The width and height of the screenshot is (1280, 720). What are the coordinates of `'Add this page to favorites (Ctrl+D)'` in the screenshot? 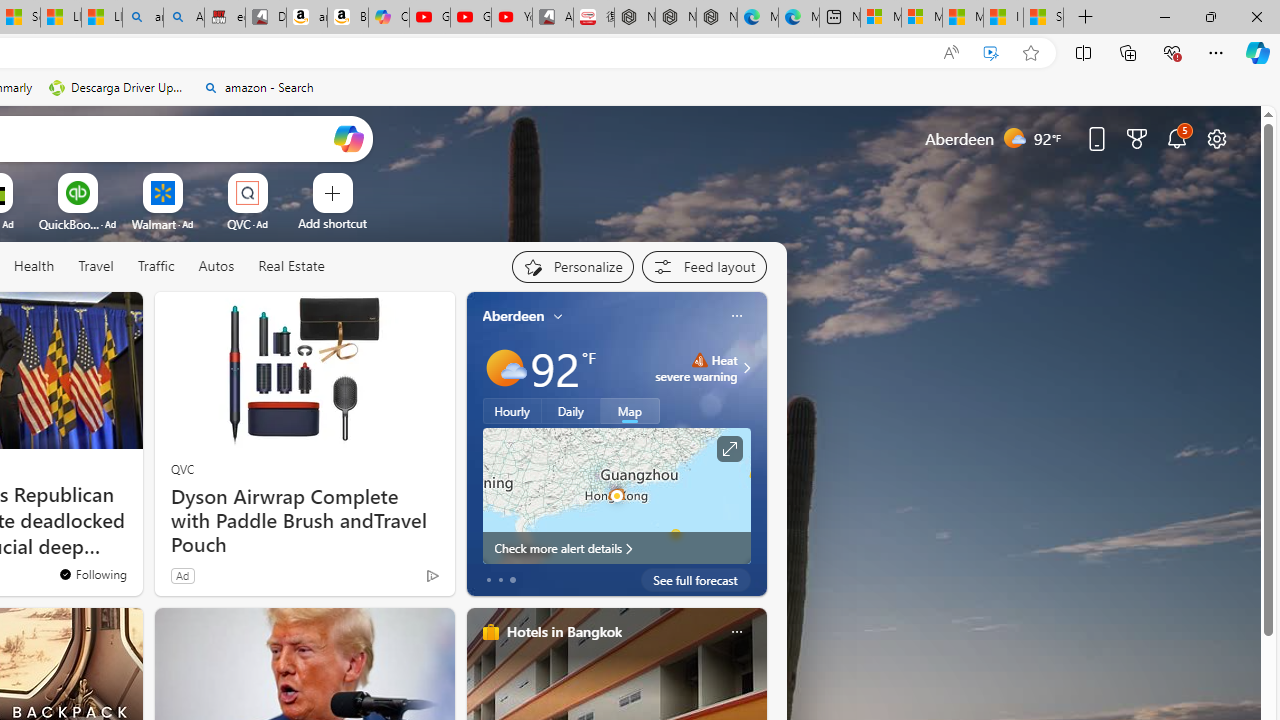 It's located at (1031, 52).